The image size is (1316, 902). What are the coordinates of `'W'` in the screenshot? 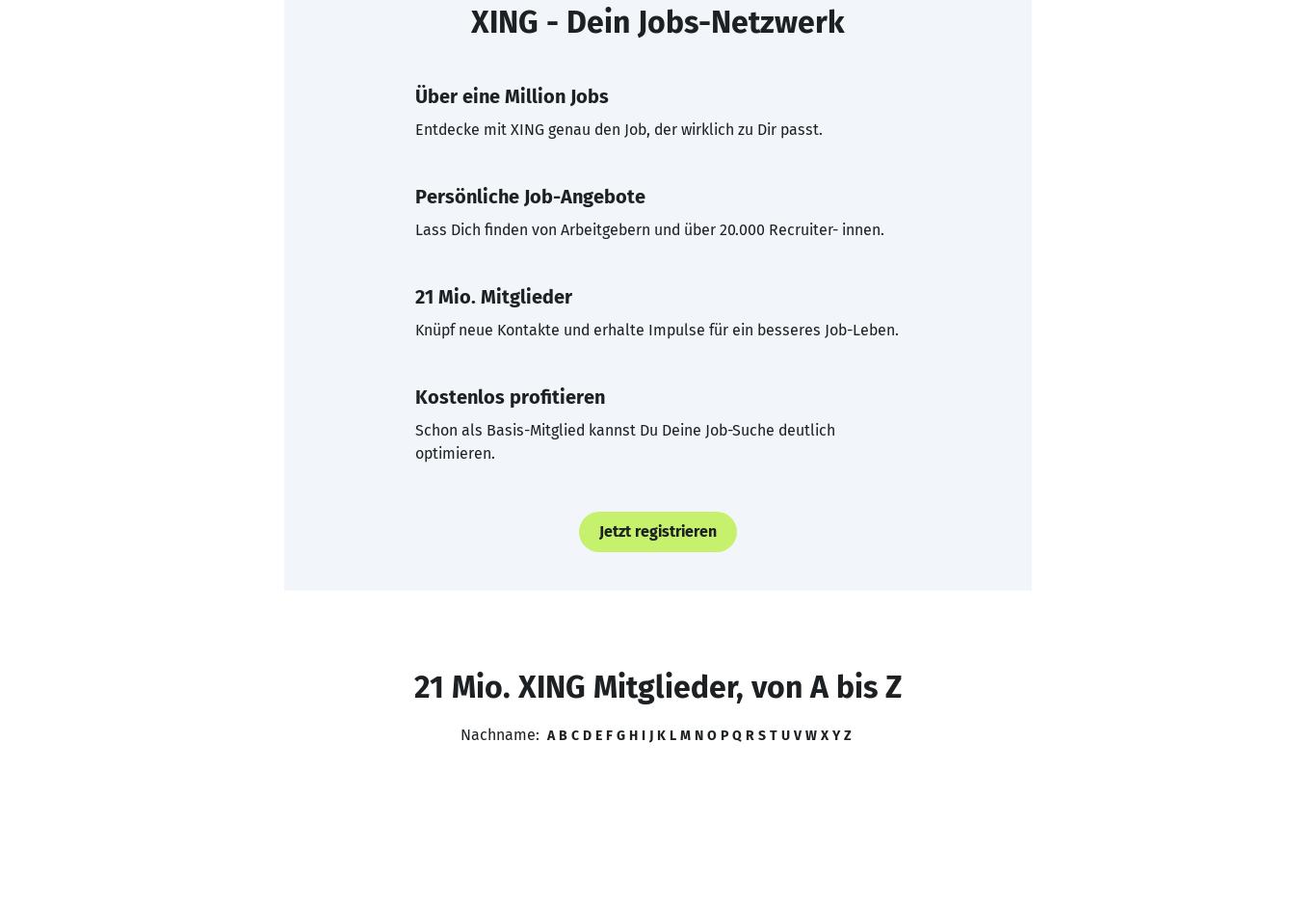 It's located at (809, 734).